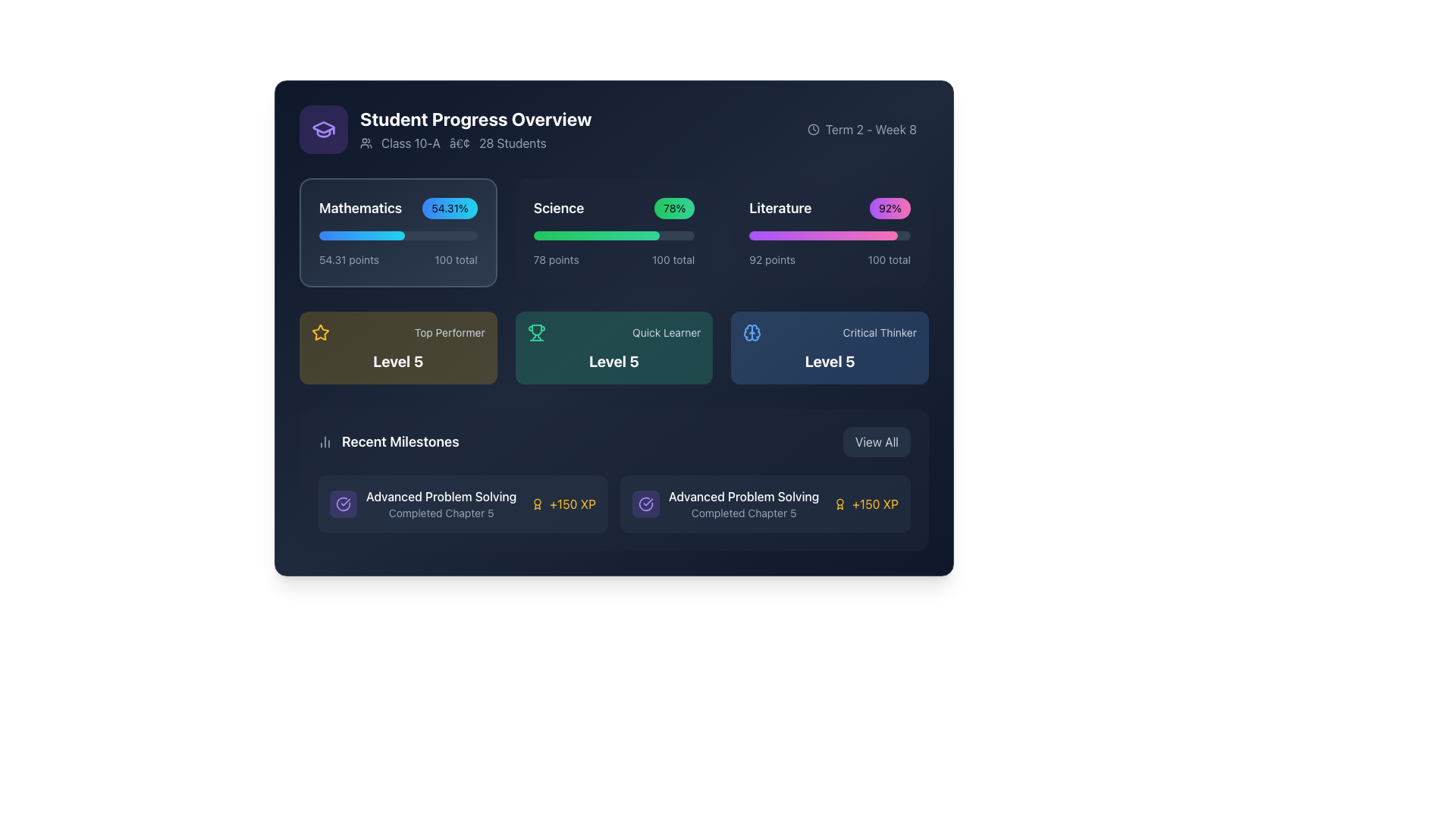  What do you see at coordinates (829, 348) in the screenshot?
I see `the contents of the Visual Card labeled 'Critical Thinker', which is the rightmost card in a series of three cards` at bounding box center [829, 348].